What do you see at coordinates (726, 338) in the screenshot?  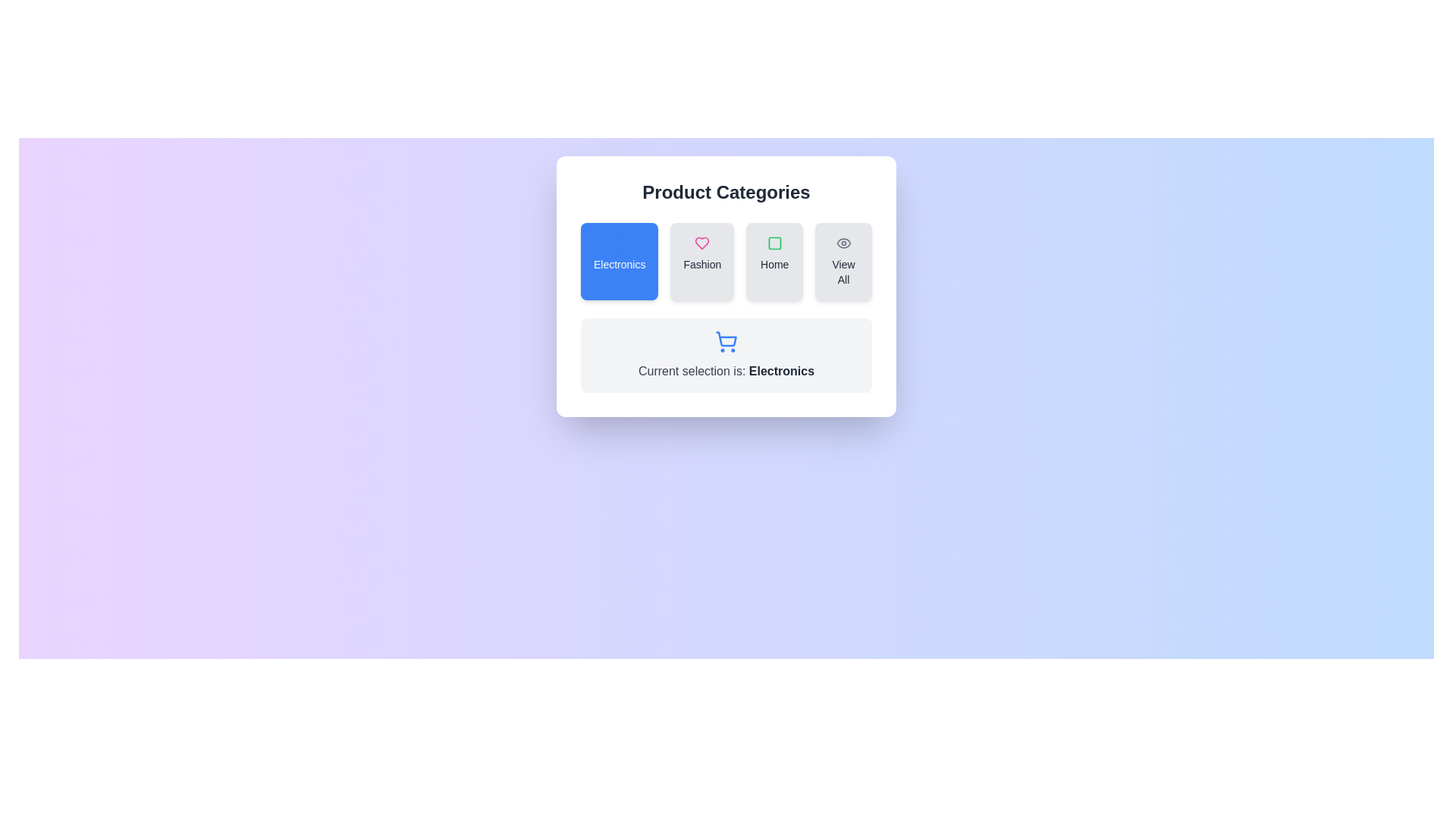 I see `the shopping cart icon, which is centrally positioned beneath the category selection panel and serves as a decorative representation of the shopping feature in an e-commerce interface` at bounding box center [726, 338].